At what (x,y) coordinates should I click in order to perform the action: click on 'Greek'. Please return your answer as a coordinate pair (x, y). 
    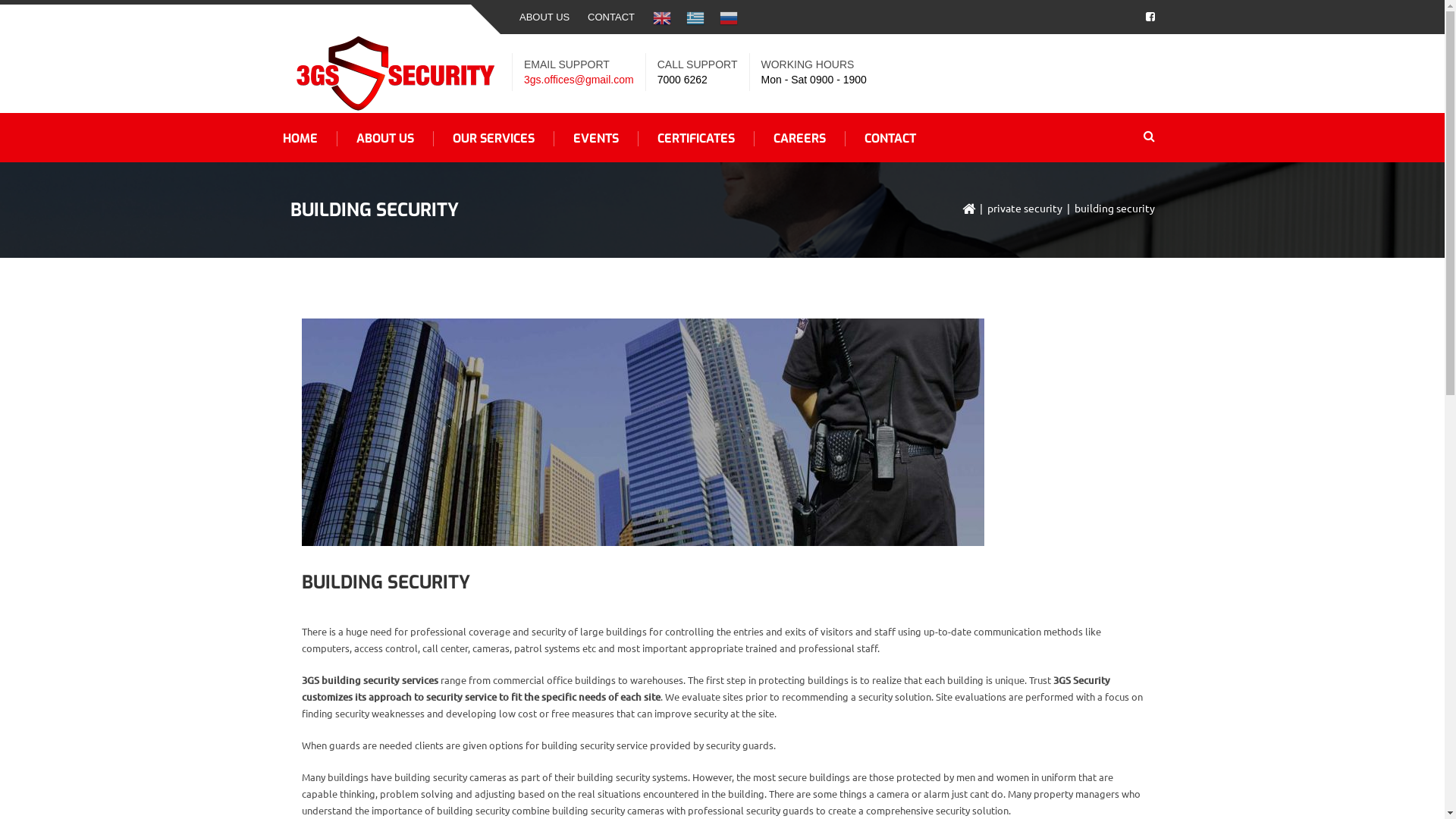
    Looking at the image, I should click on (694, 17).